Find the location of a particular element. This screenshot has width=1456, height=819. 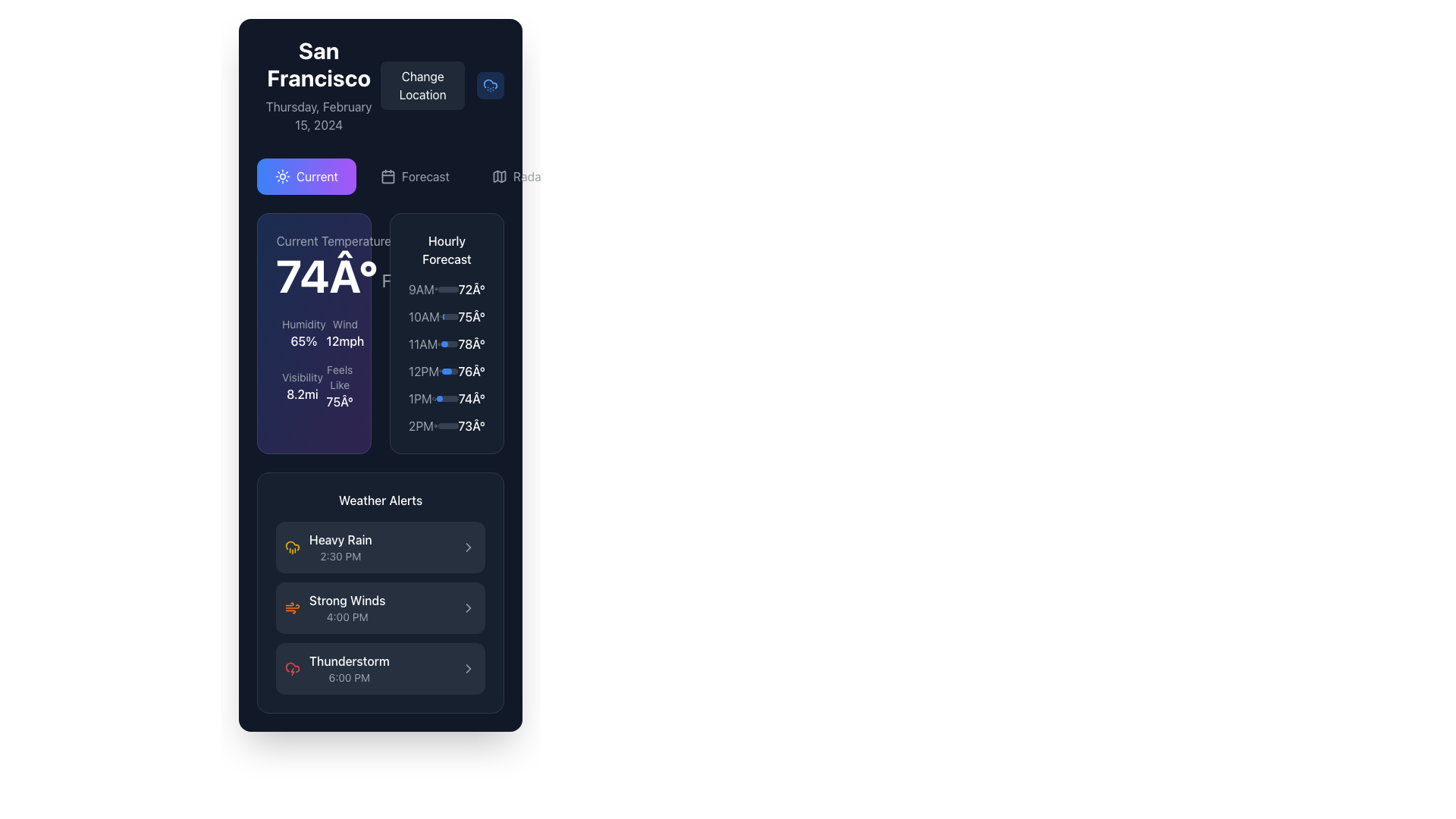

the small weather-related icon representing a cloud with lightning, located to the left of the 'Alerts' text is located at coordinates (595, 175).